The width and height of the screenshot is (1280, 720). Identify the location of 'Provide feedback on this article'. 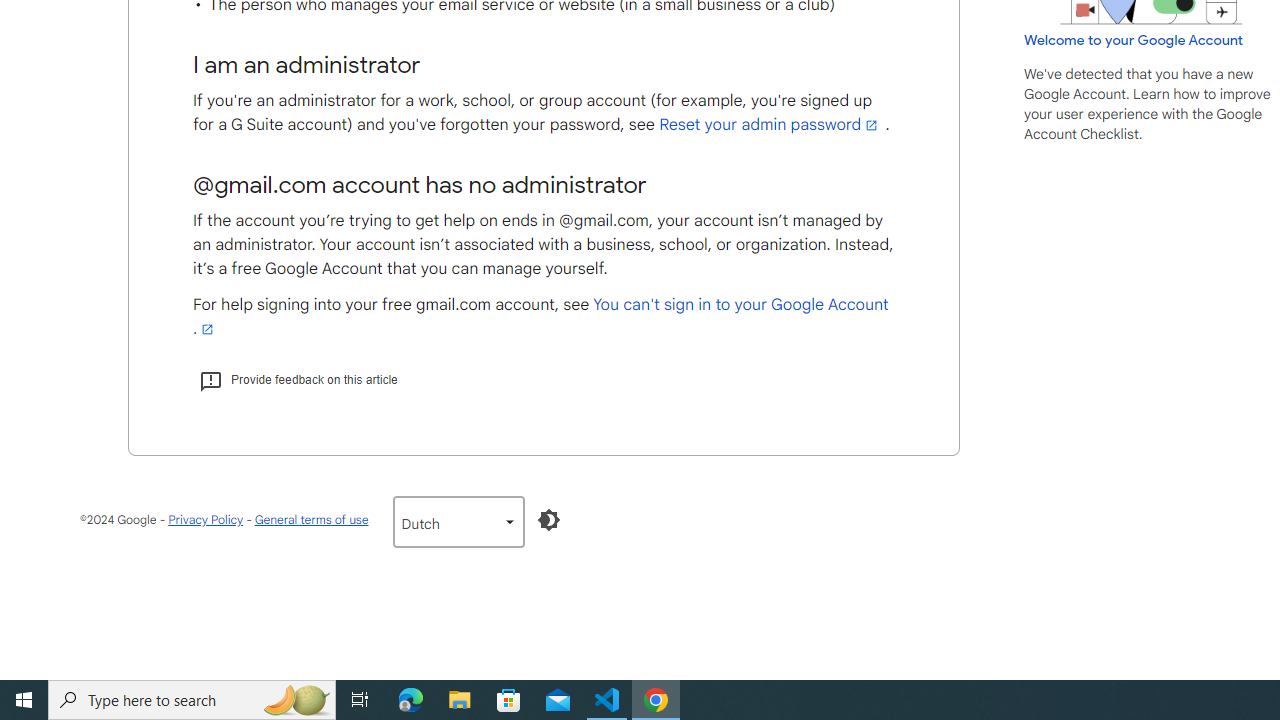
(297, 379).